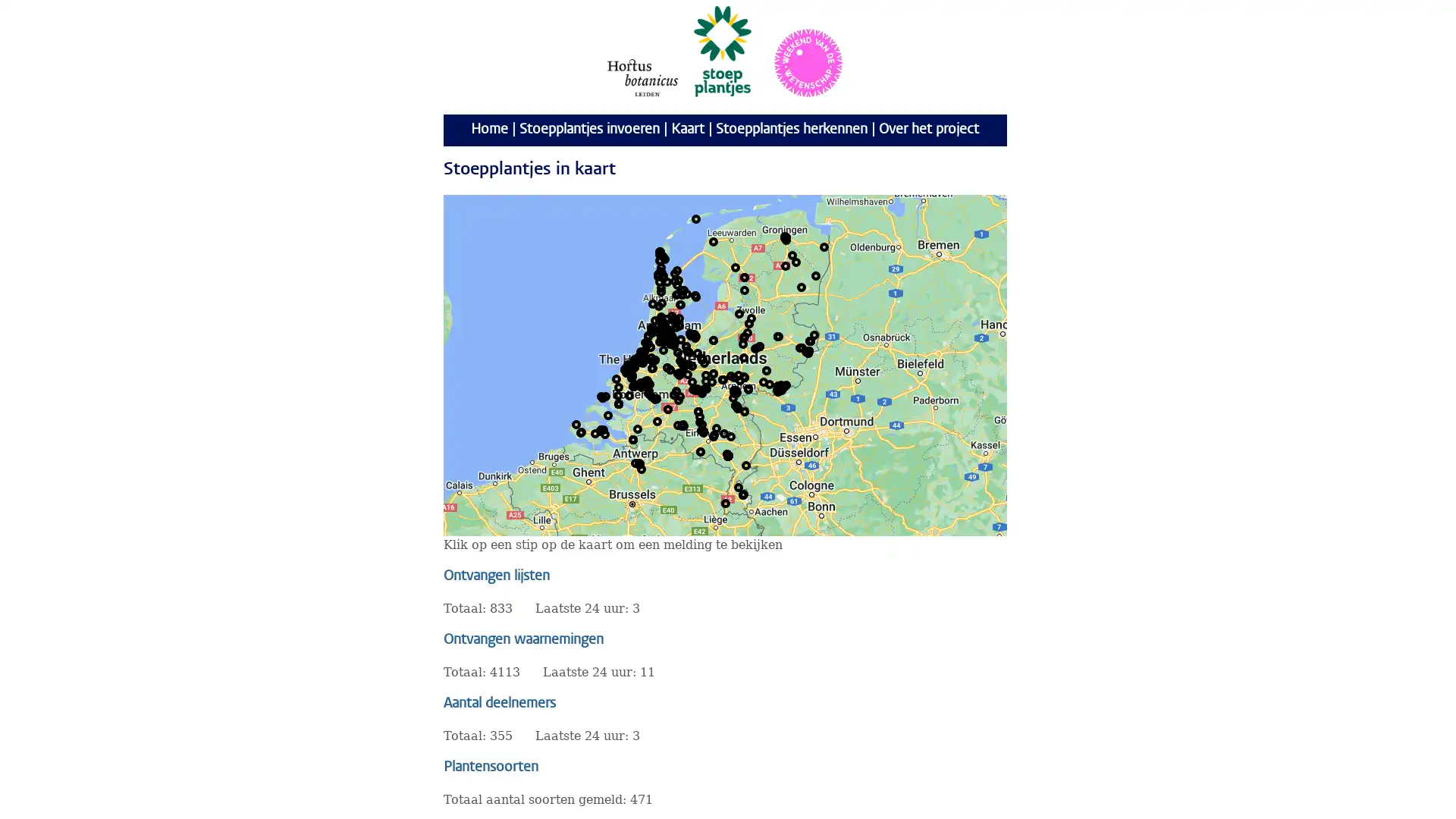 The image size is (1456, 819). Describe the element at coordinates (661, 337) in the screenshot. I see `Telling van op 16 december 2021` at that location.